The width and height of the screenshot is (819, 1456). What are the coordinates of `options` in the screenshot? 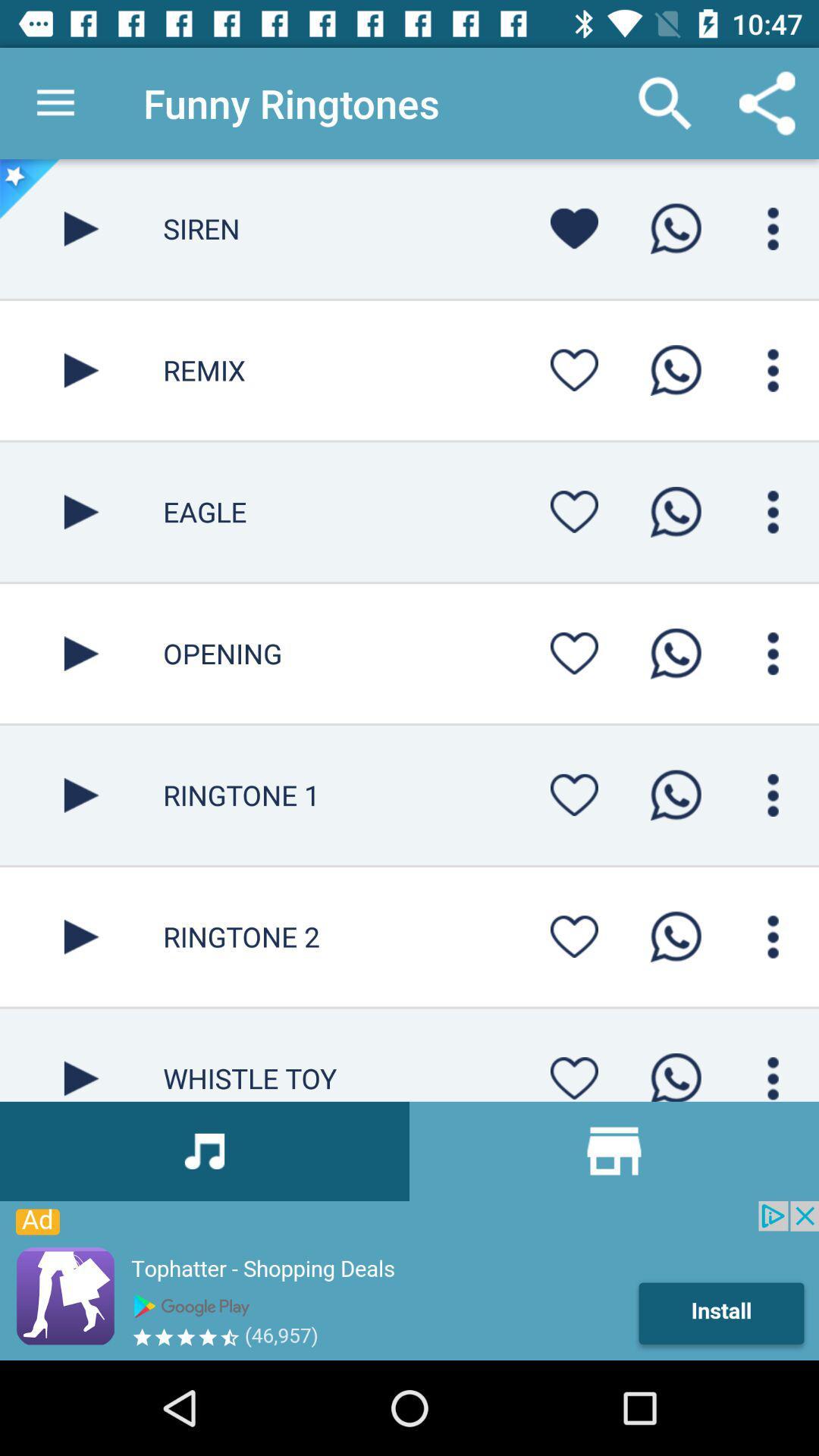 It's located at (773, 936).